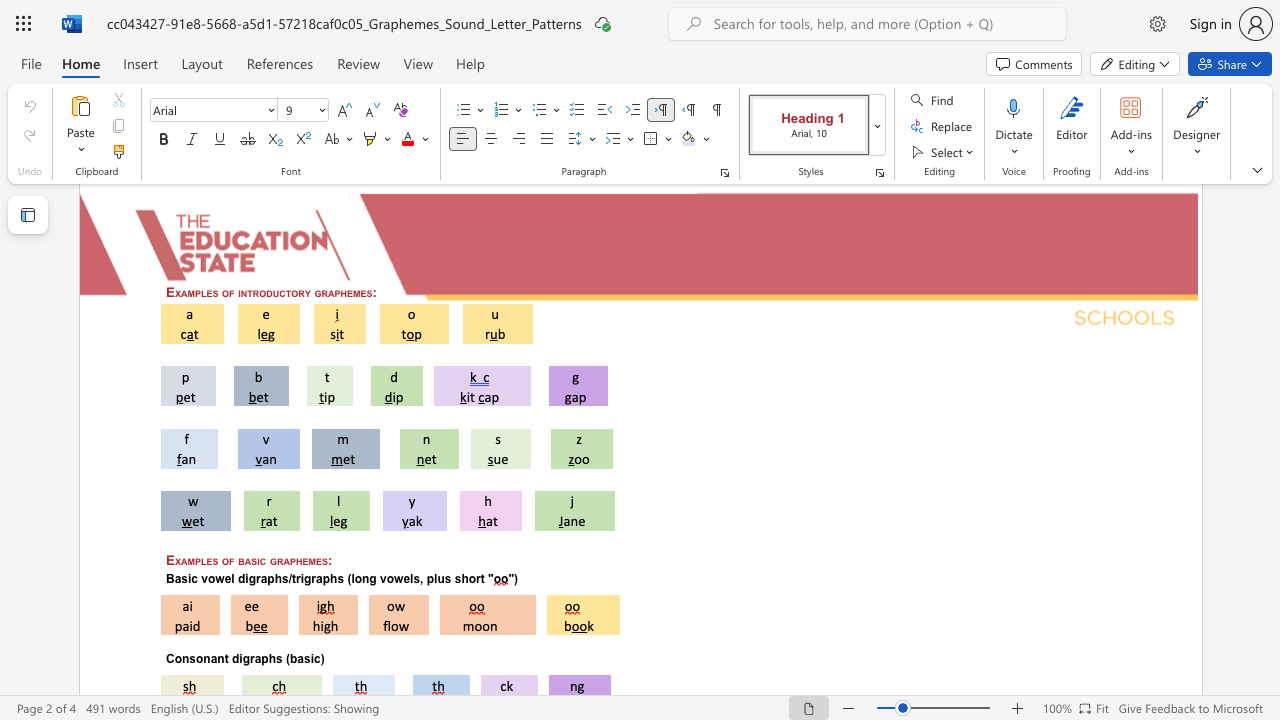  What do you see at coordinates (303, 579) in the screenshot?
I see `the subset text "graphs" within the text "Basic vowel digraphs/trigraphs (long vowels, plus short"` at bounding box center [303, 579].